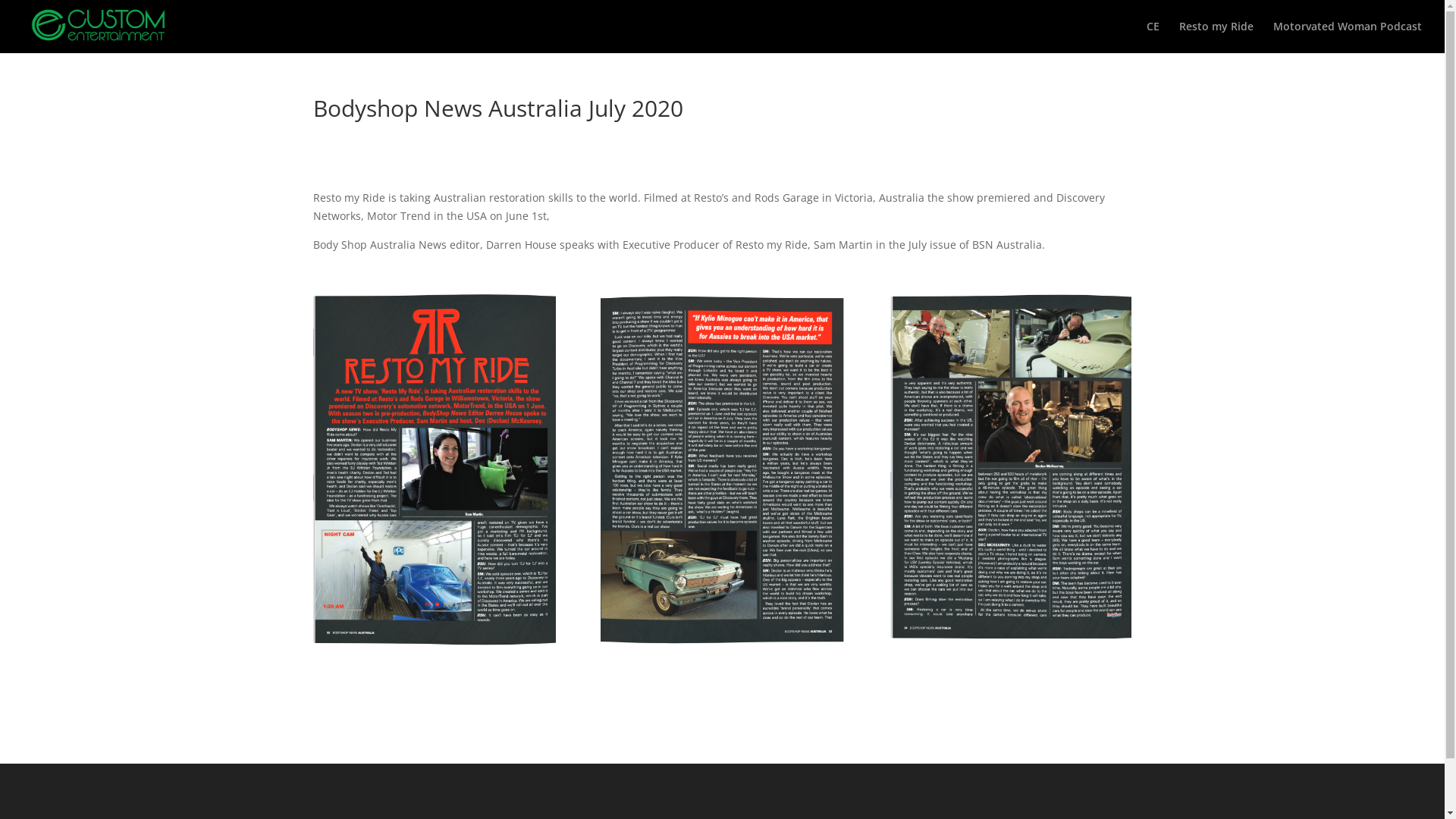  Describe the element at coordinates (1347, 36) in the screenshot. I see `'Motorvated Woman Podcast'` at that location.